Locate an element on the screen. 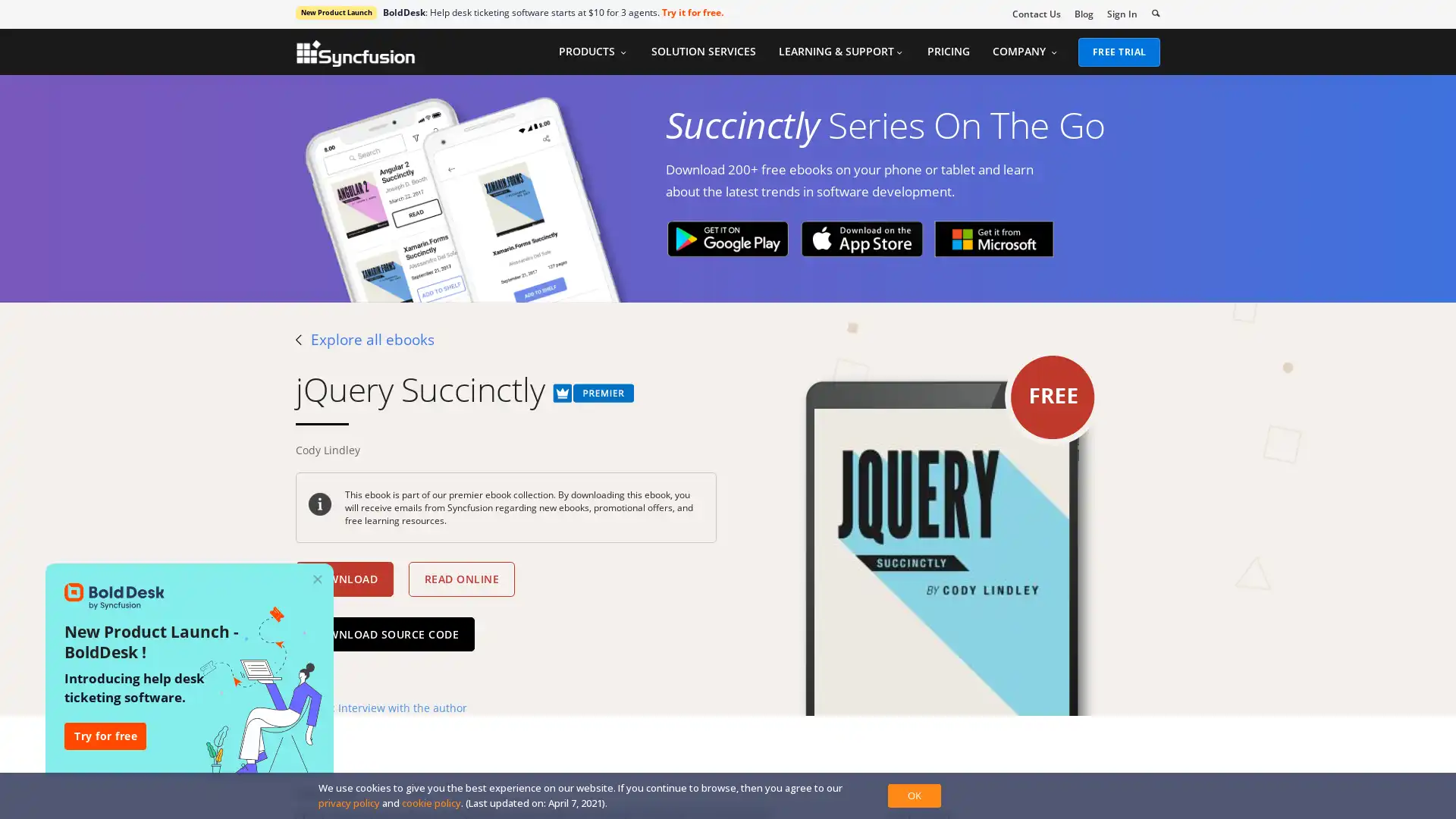 This screenshot has height=819, width=1456. READ ONLINE is located at coordinates (460, 579).